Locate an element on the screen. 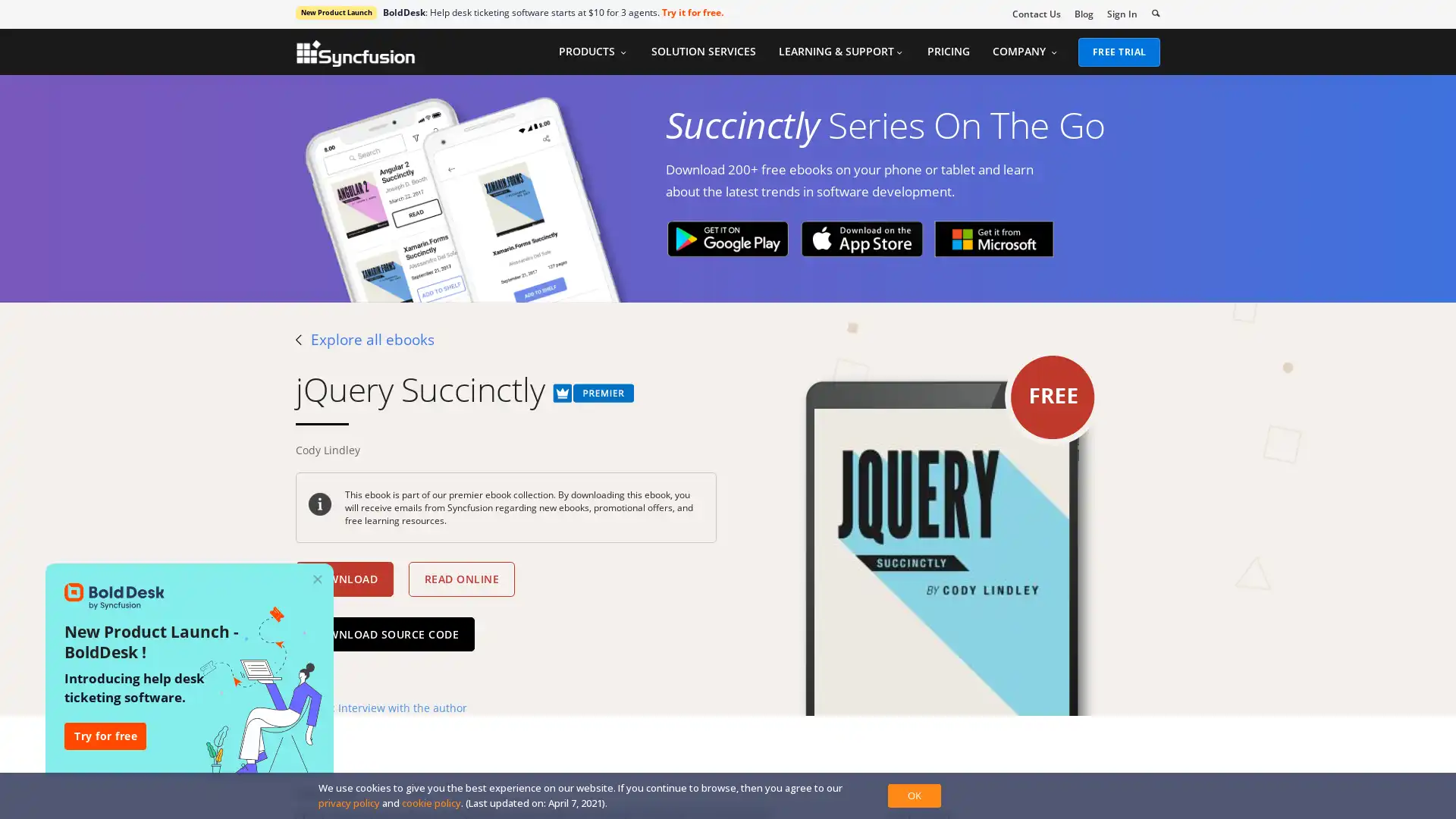 This screenshot has height=819, width=1456. READ ONLINE is located at coordinates (460, 579).